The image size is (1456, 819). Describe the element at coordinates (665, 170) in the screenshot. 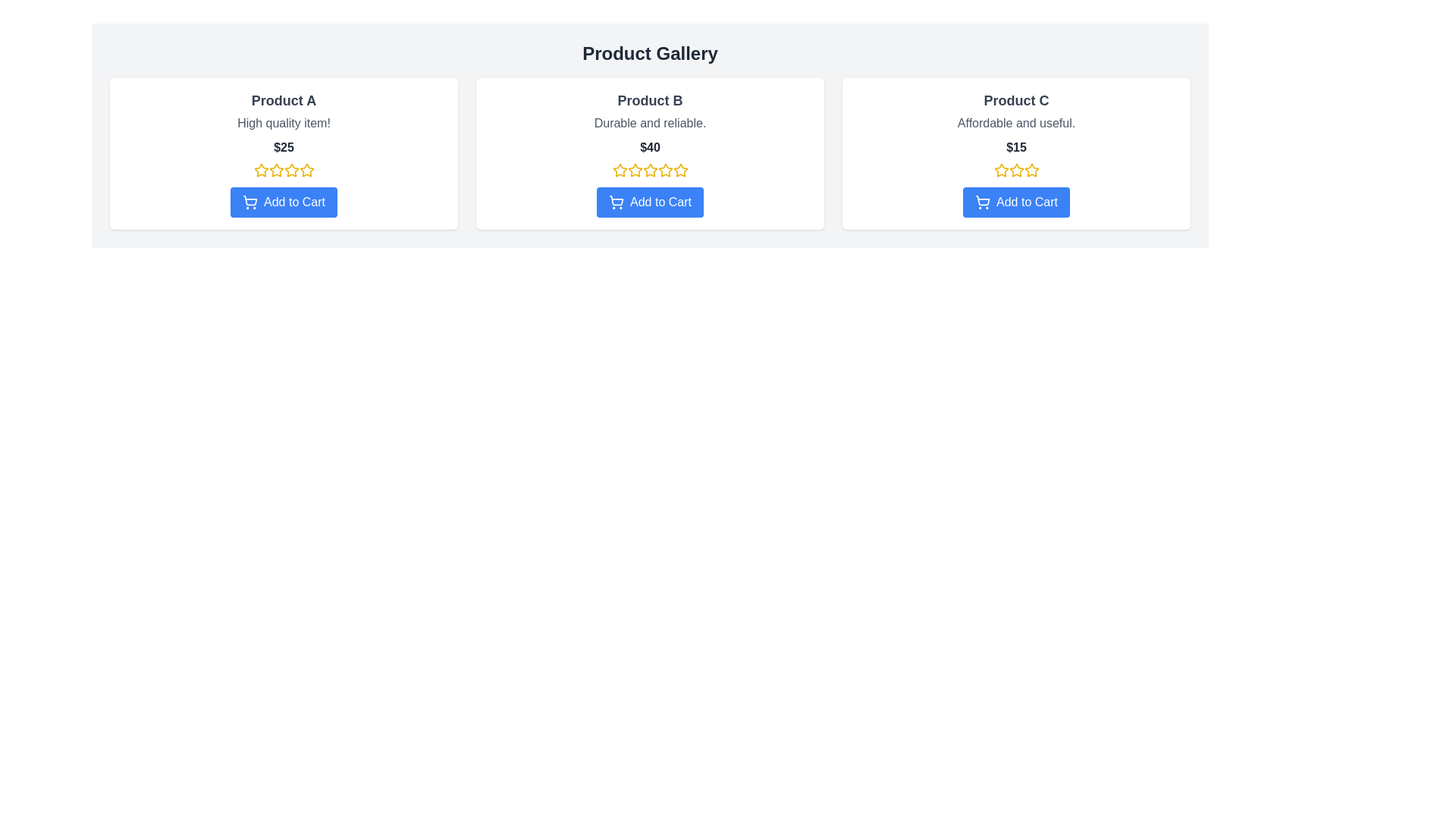

I see `the third star in the rating system for 'Product B', which is located centrally within the product card below the product name and price text` at that location.